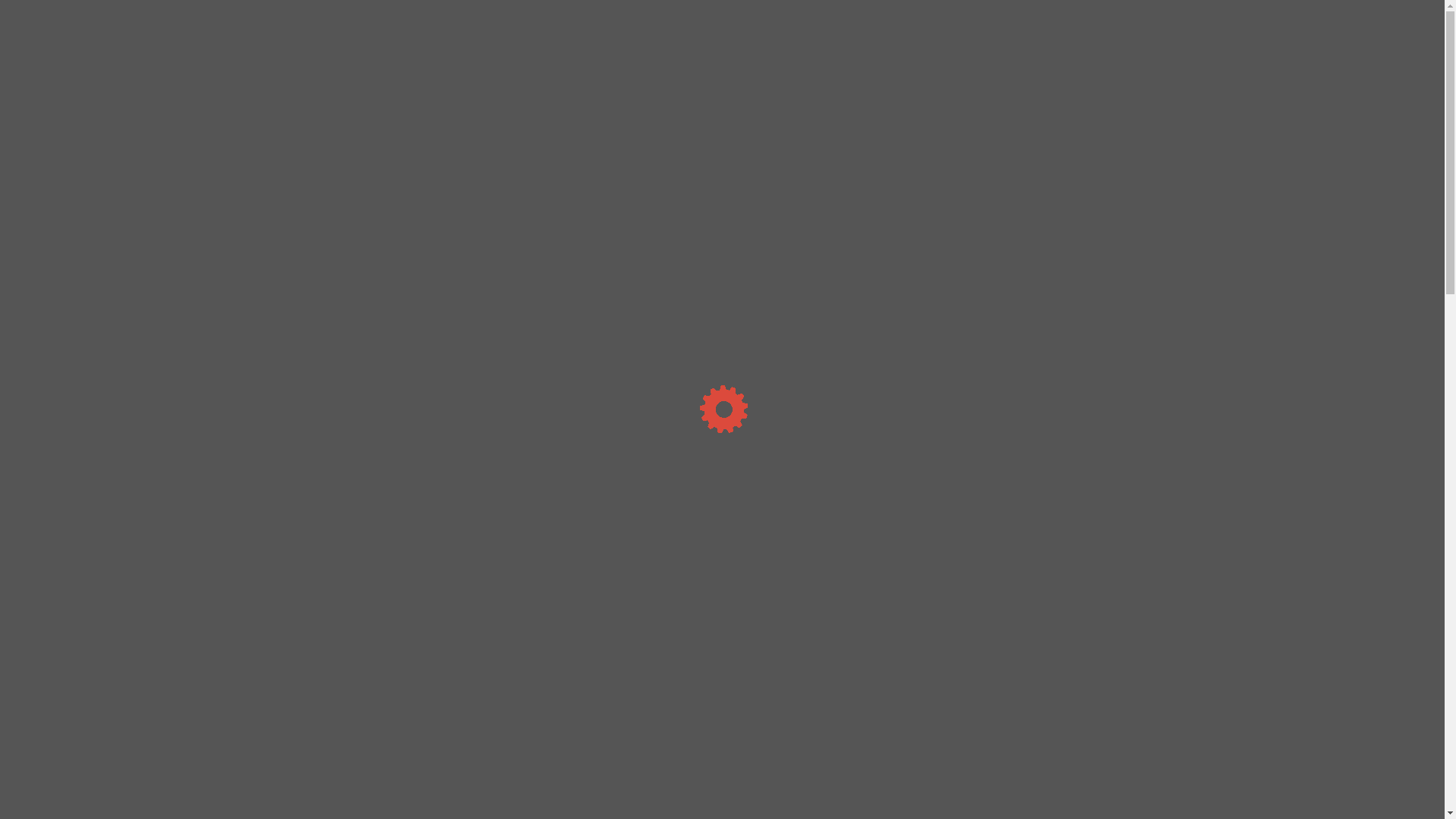  Describe the element at coordinates (353, 20) in the screenshot. I see `'ENGINES.BY'` at that location.